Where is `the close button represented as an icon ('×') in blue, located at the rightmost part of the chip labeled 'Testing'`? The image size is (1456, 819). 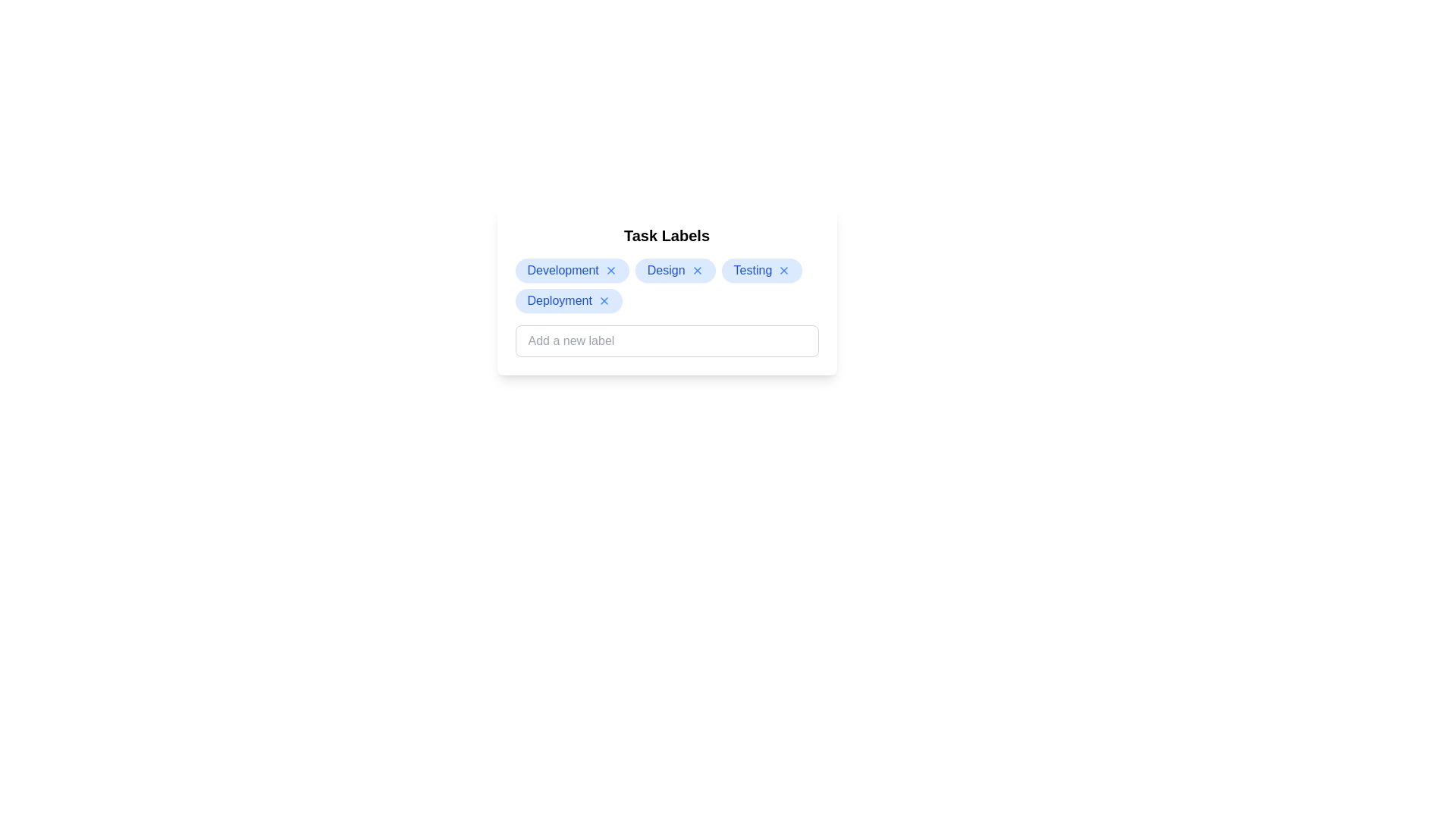
the close button represented as an icon ('×') in blue, located at the rightmost part of the chip labeled 'Testing' is located at coordinates (784, 270).